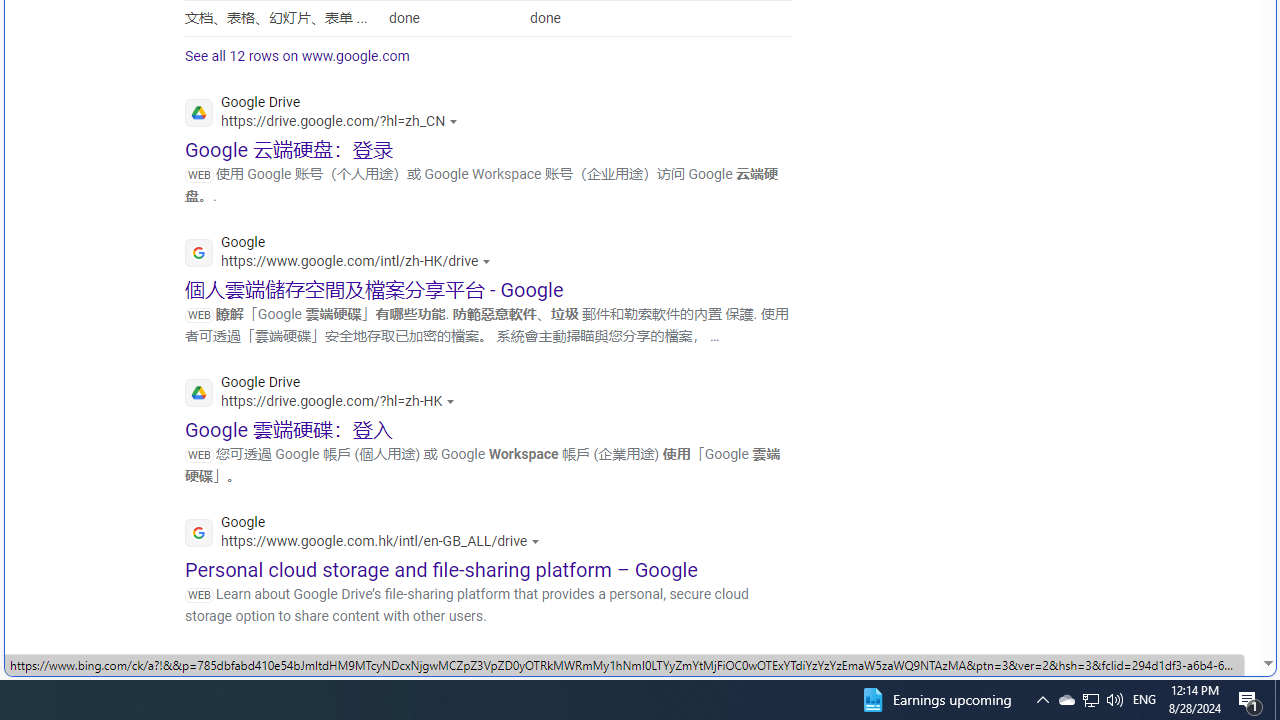 This screenshot has width=1280, height=720. I want to click on 'Google', so click(368, 533).